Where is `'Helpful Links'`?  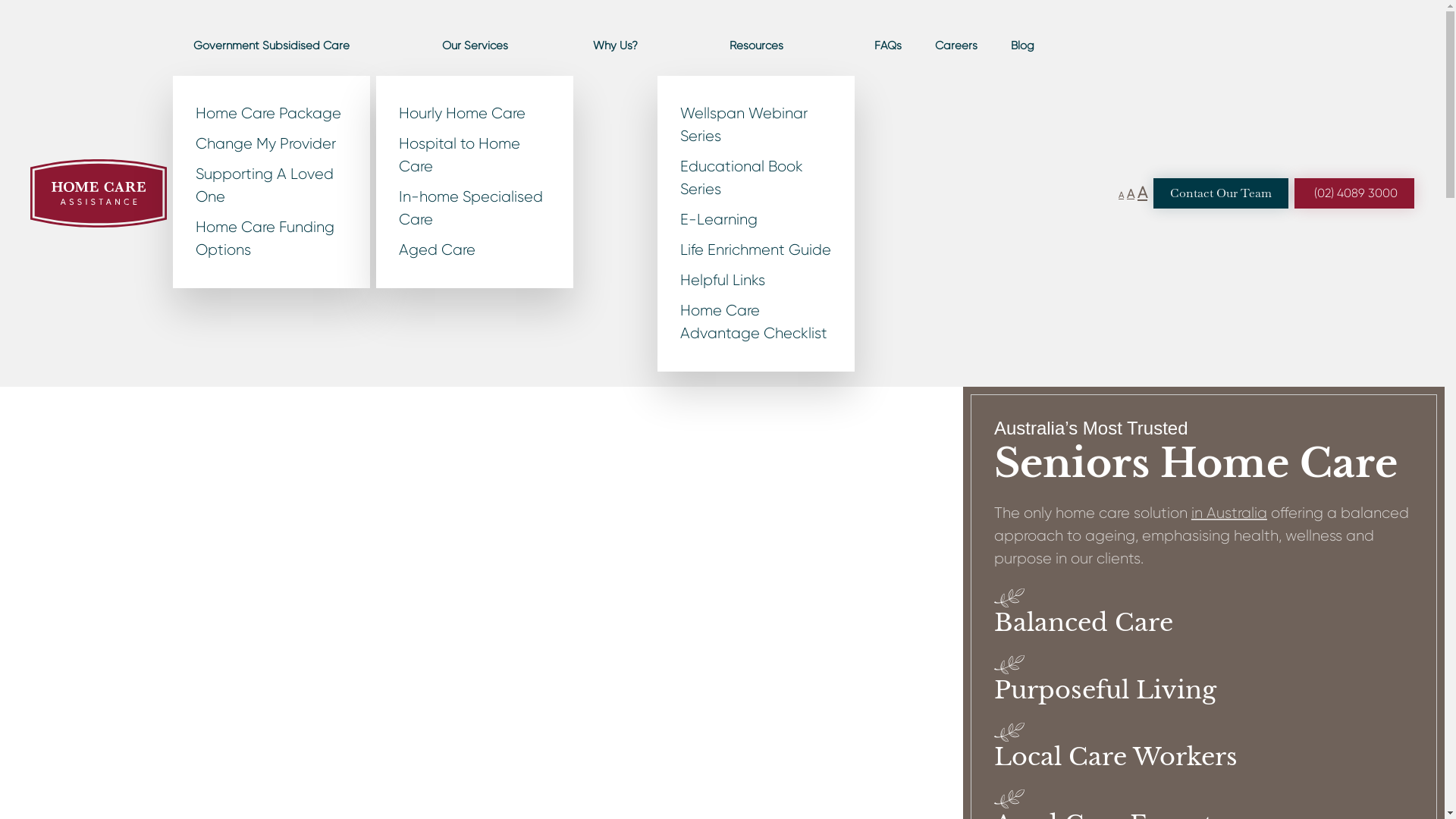 'Helpful Links' is located at coordinates (756, 281).